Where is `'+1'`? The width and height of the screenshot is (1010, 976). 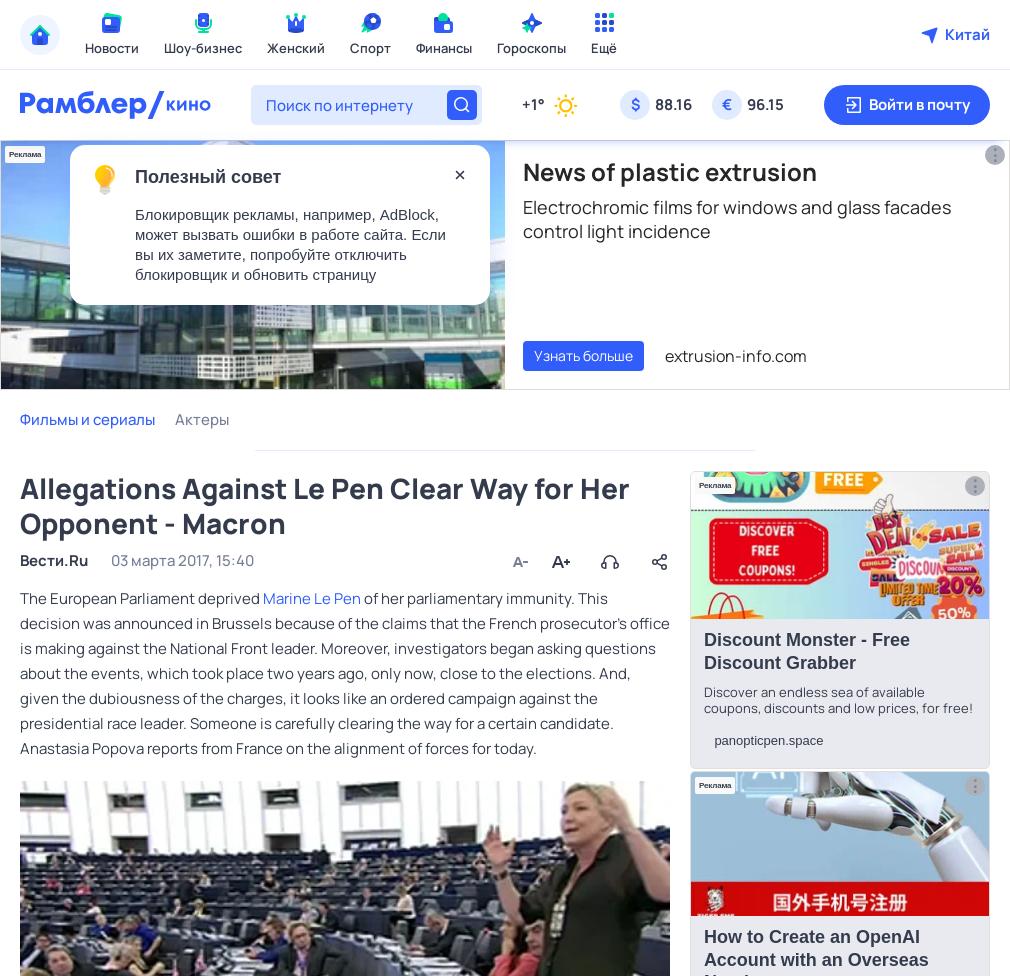 '+1' is located at coordinates (529, 104).